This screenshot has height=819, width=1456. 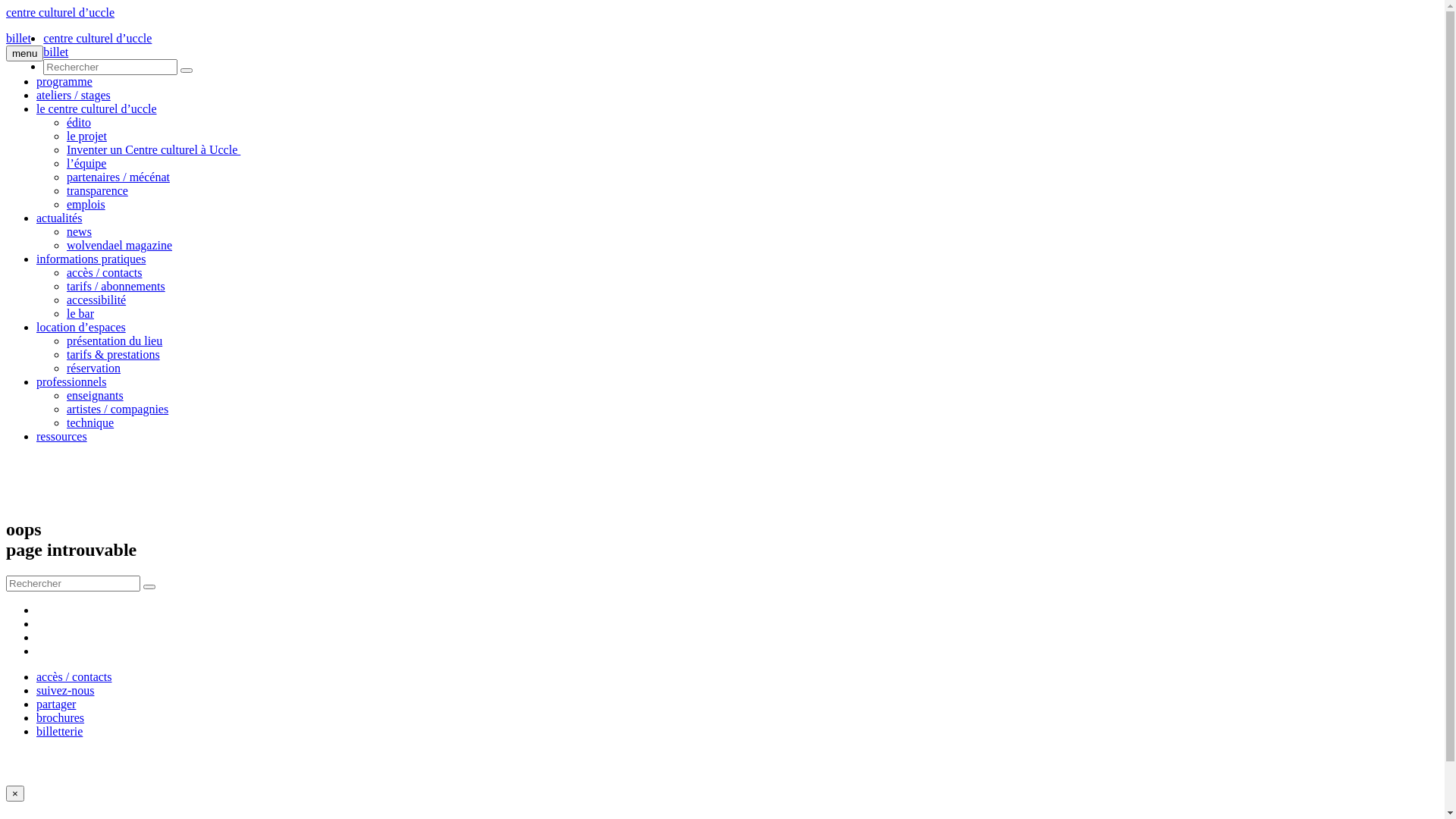 What do you see at coordinates (71, 381) in the screenshot?
I see `'professionnels'` at bounding box center [71, 381].